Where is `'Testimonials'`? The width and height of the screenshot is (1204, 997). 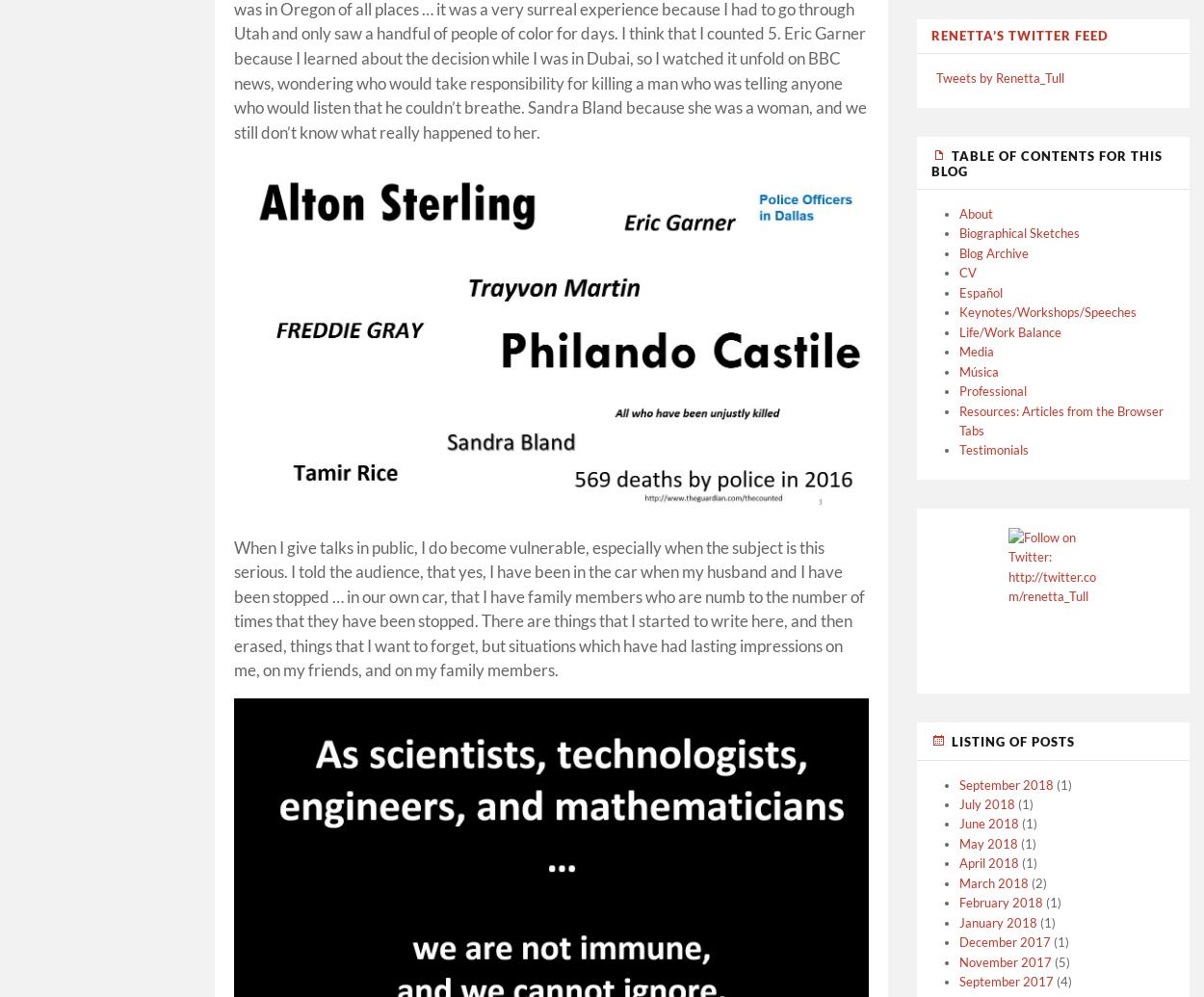 'Testimonials' is located at coordinates (994, 449).